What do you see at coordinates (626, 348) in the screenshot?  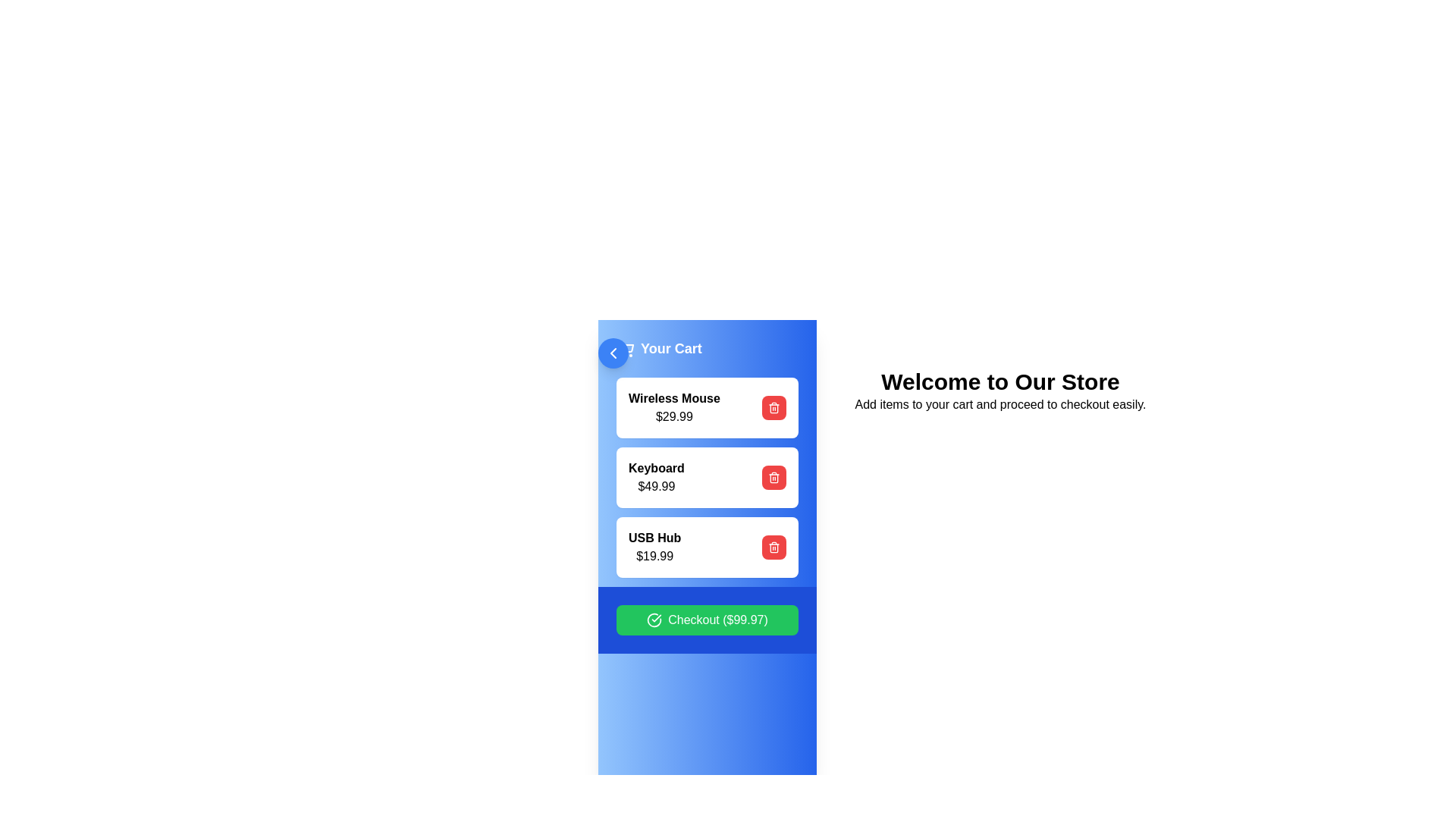 I see `shopping cart icon located at the top left of the 'Your Cart' section in the sidebar layout` at bounding box center [626, 348].